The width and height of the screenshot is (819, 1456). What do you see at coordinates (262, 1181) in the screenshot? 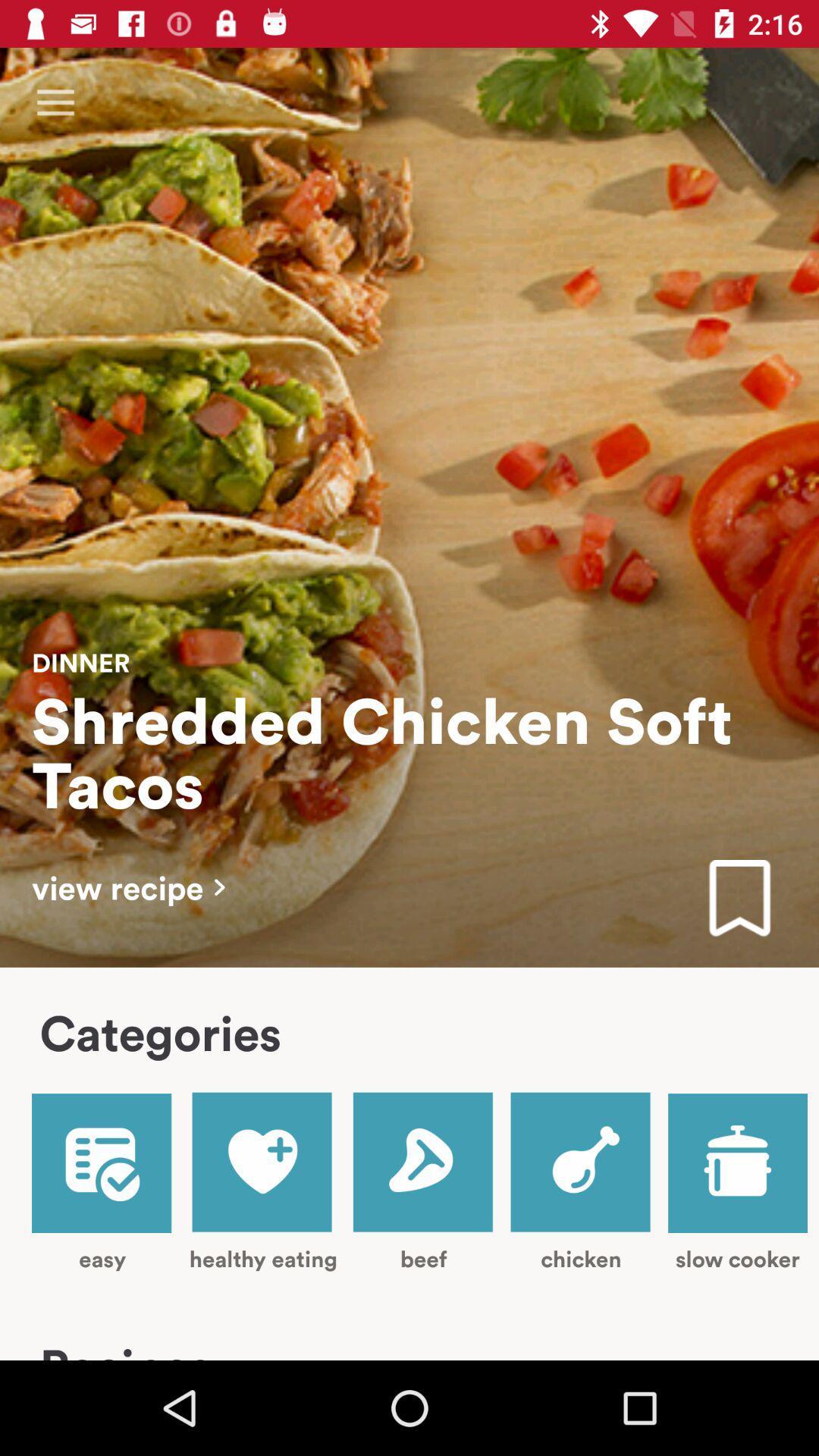
I see `item next to easy item` at bounding box center [262, 1181].